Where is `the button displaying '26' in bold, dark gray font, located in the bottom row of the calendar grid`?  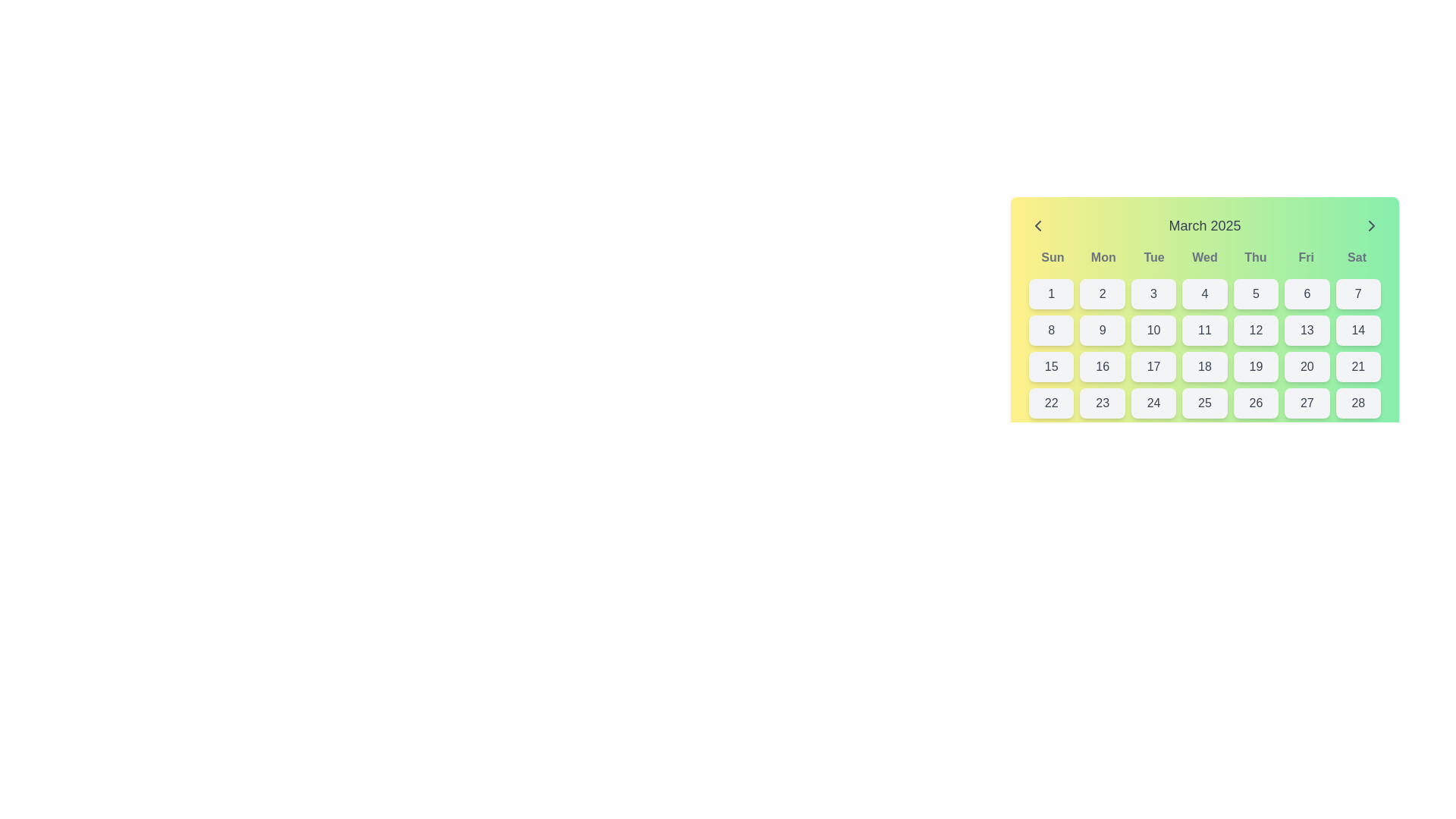
the button displaying '26' in bold, dark gray font, located in the bottom row of the calendar grid is located at coordinates (1256, 403).